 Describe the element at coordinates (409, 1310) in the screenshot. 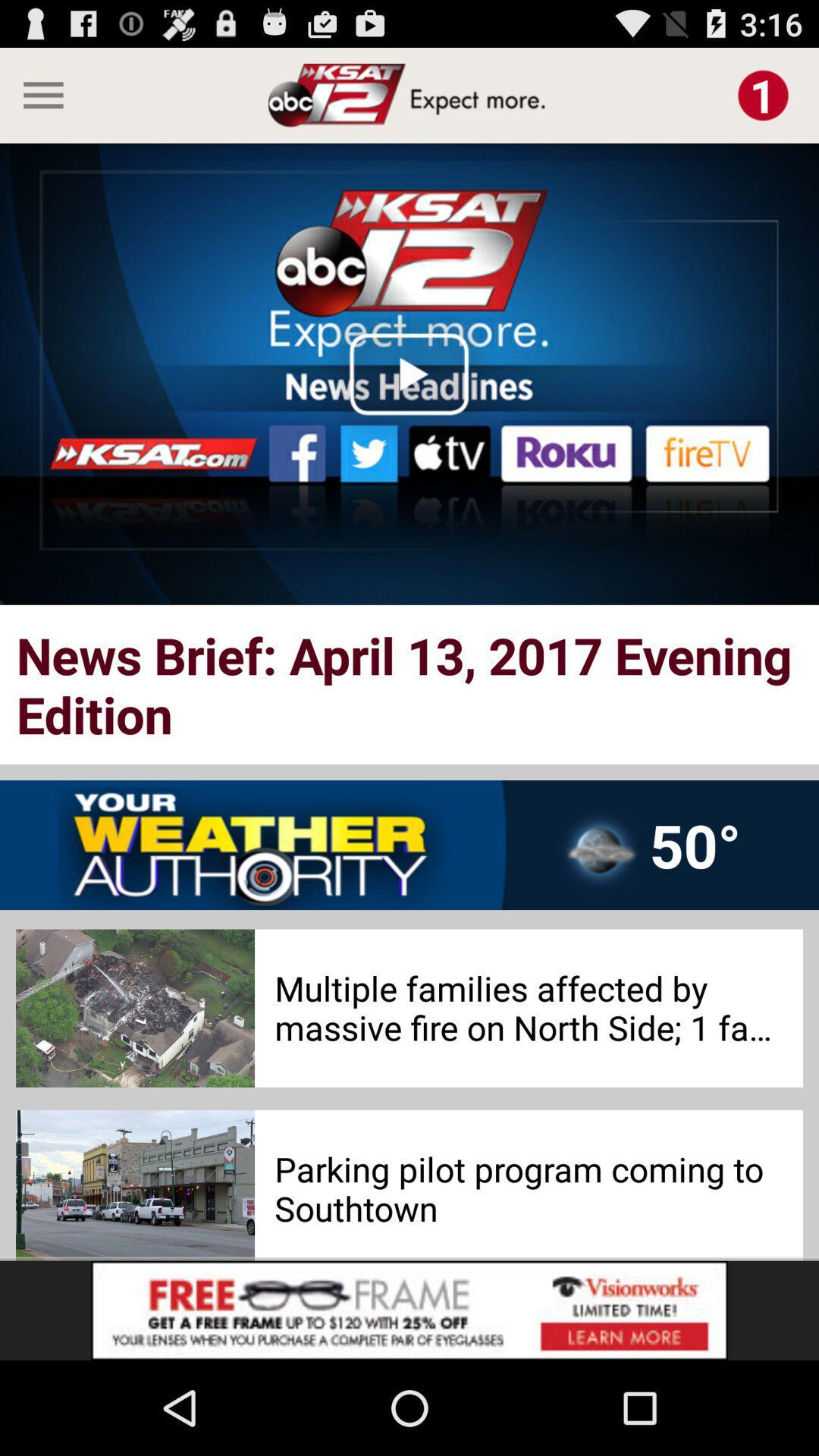

I see `advertisement` at that location.